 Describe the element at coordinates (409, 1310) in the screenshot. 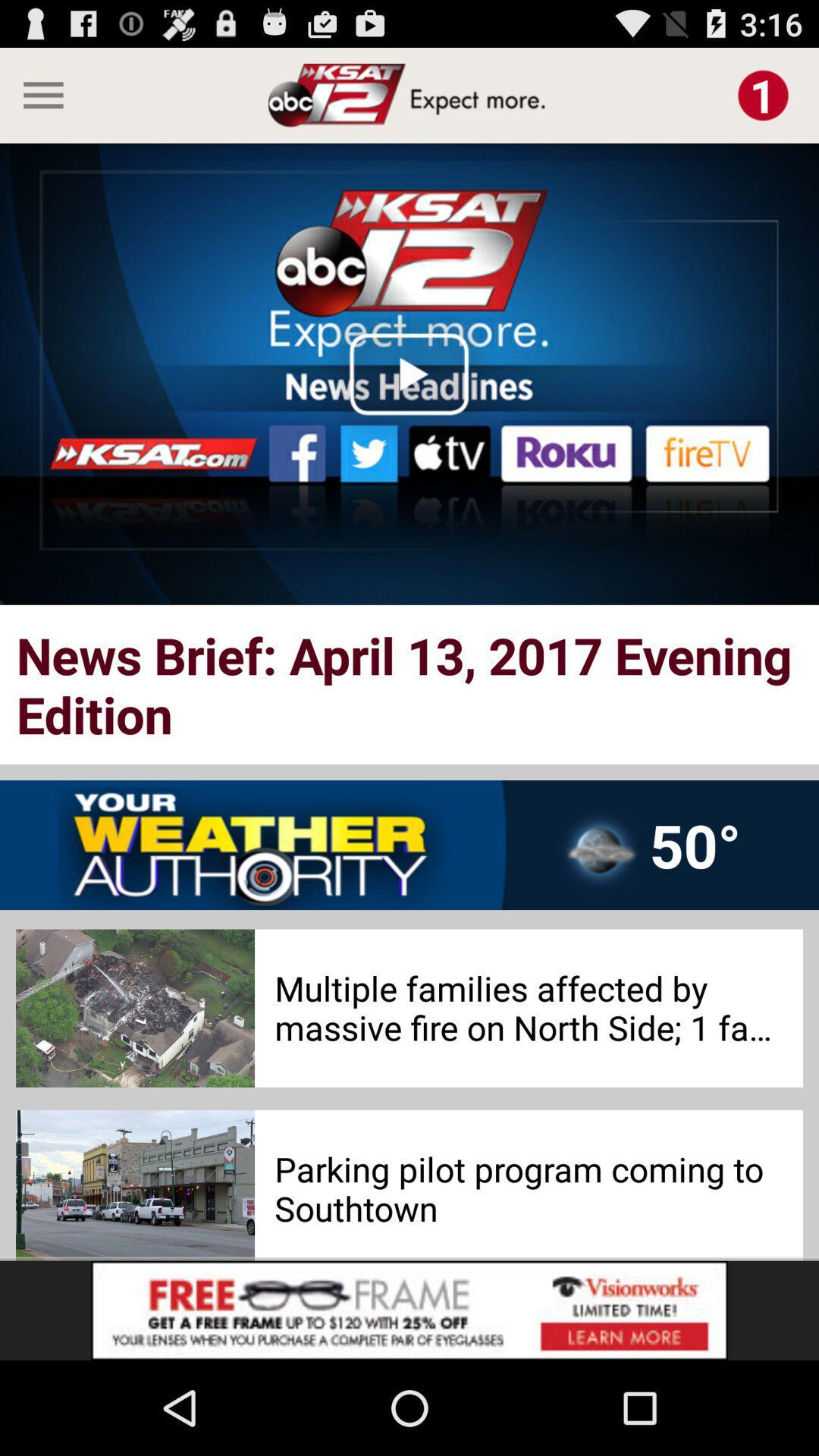

I see `advertisement` at that location.